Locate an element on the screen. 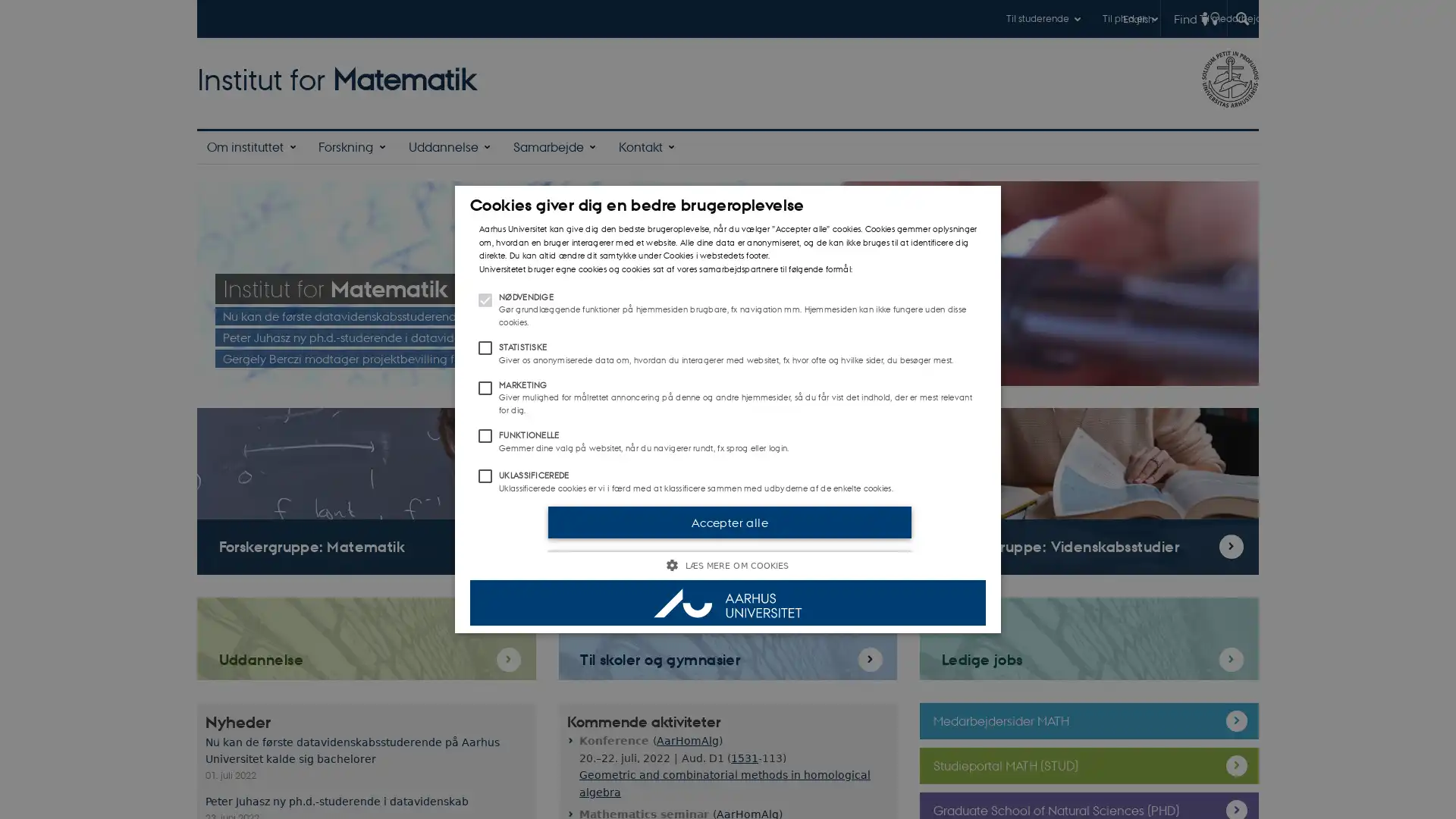 This screenshot has height=819, width=1456. Accepter alle is located at coordinates (854, 520).